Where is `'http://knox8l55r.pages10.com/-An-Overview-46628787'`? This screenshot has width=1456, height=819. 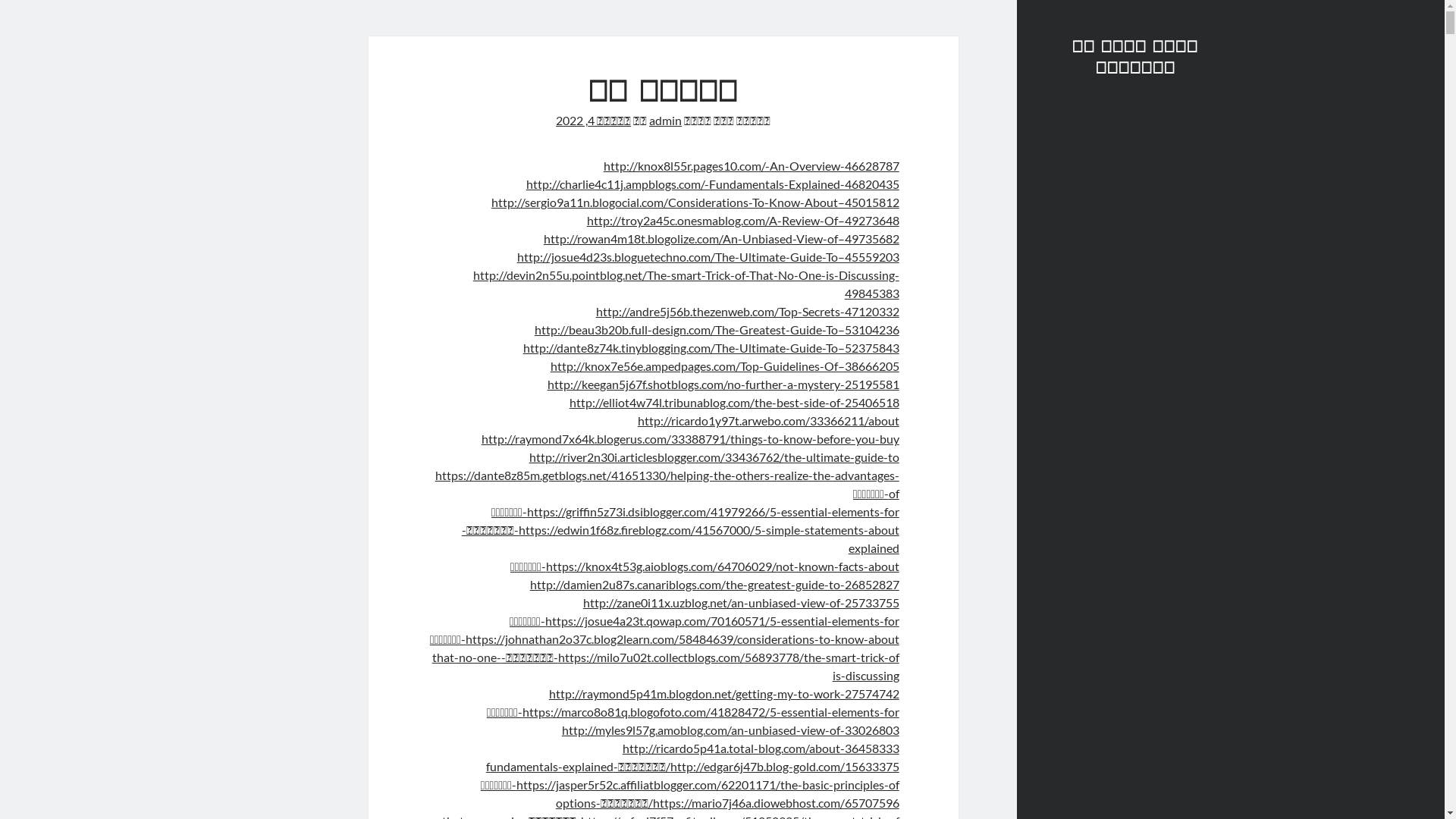
'http://knox8l55r.pages10.com/-An-Overview-46628787' is located at coordinates (751, 165).